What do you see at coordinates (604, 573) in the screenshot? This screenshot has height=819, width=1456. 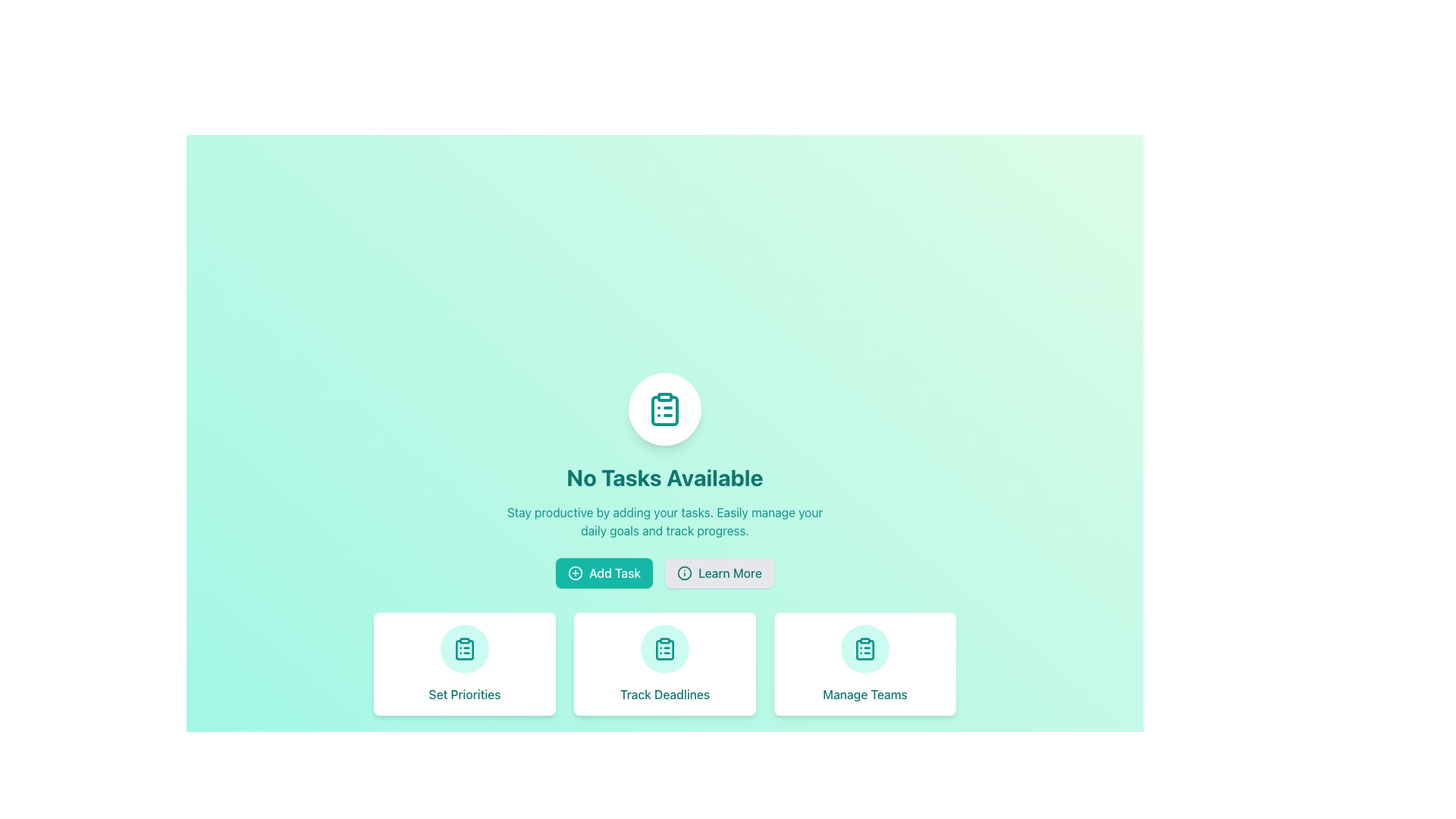 I see `the button labeled 'Add Task' located under the header 'No Tasks Available', which is the first button in a horizontal group of two buttons` at bounding box center [604, 573].